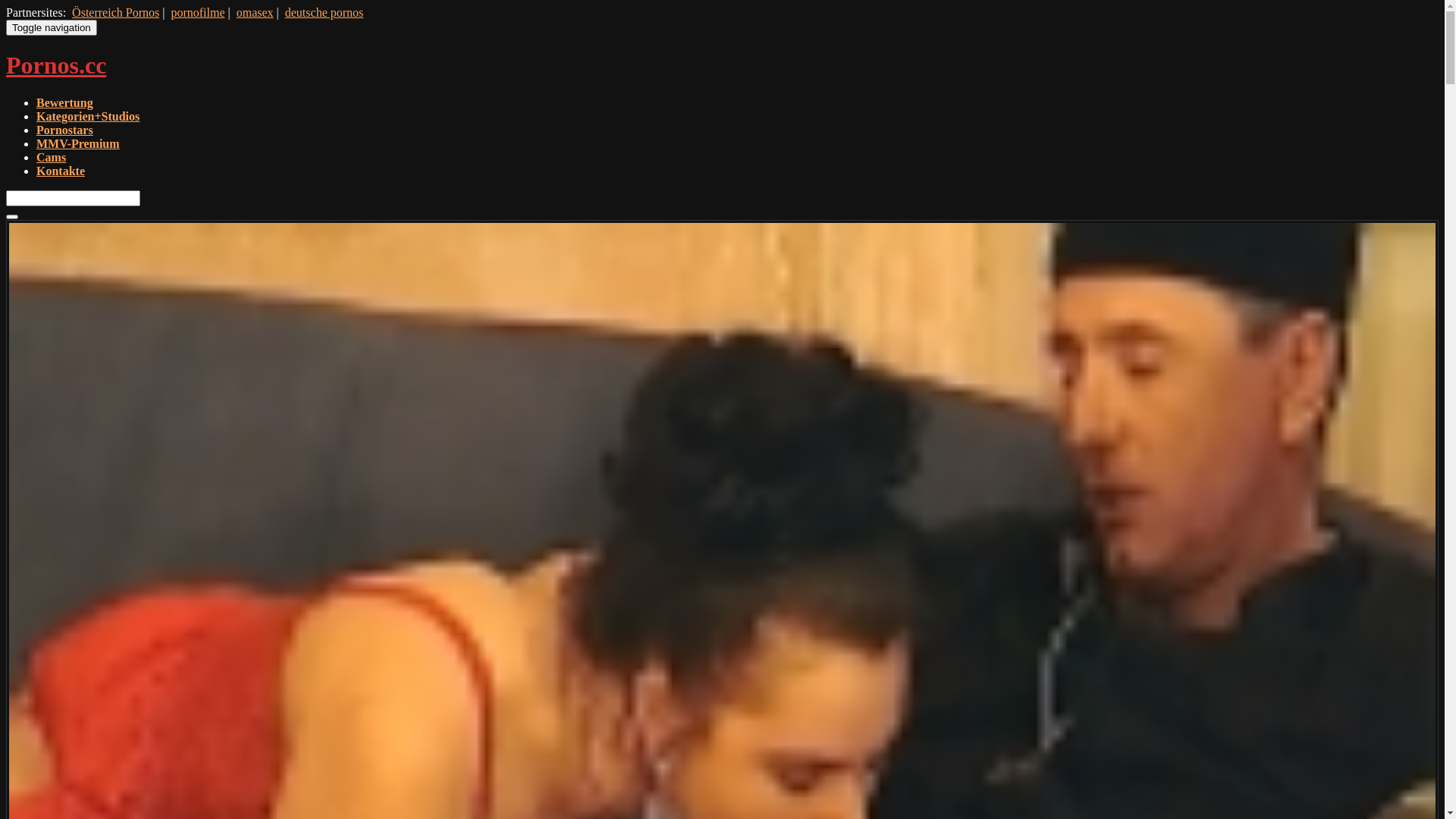 The width and height of the screenshot is (1456, 819). Describe the element at coordinates (64, 102) in the screenshot. I see `'Bewertung'` at that location.